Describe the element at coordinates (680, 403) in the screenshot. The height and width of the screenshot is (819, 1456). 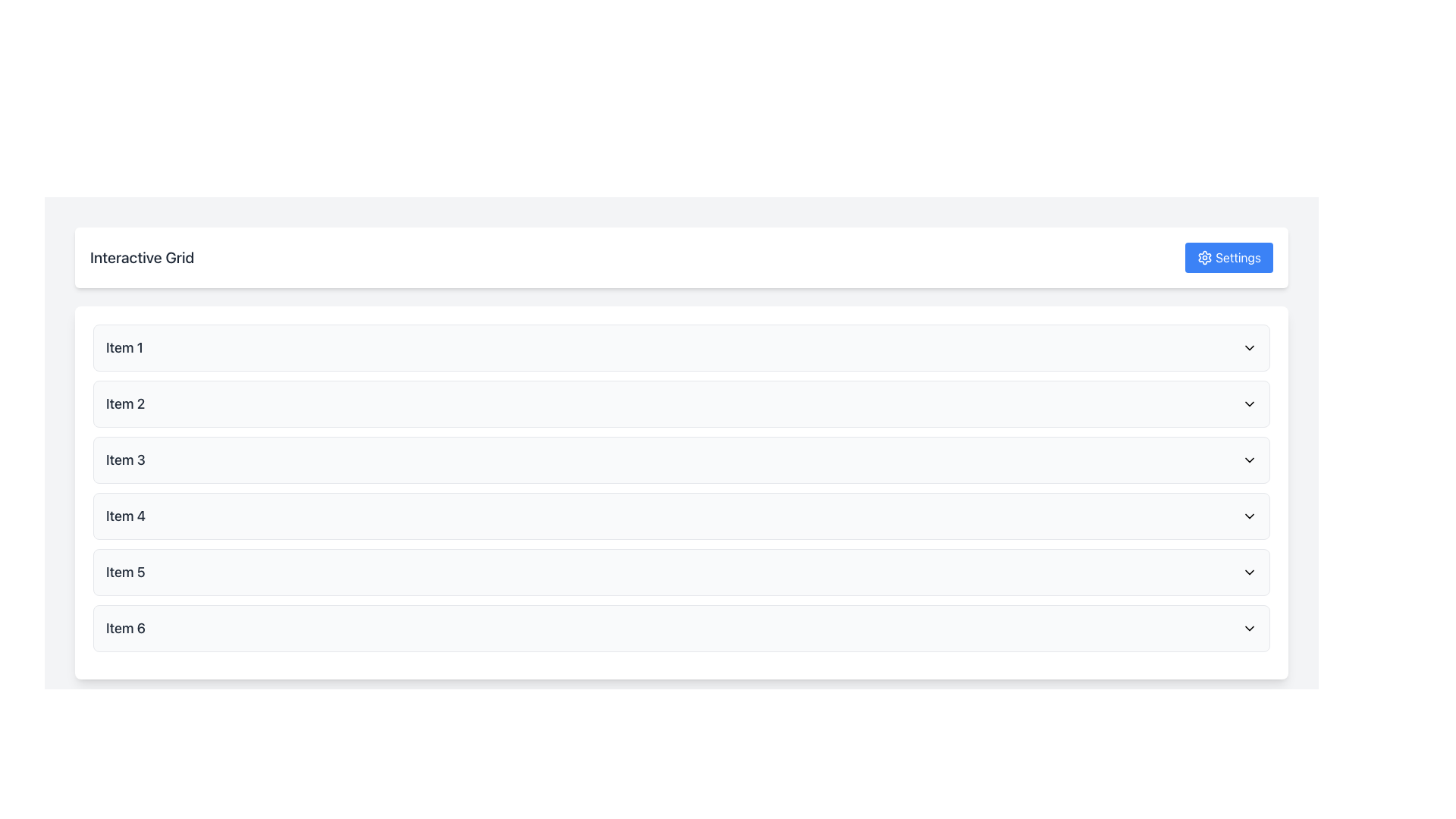
I see `the second list item labeled 'Item 2'` at that location.